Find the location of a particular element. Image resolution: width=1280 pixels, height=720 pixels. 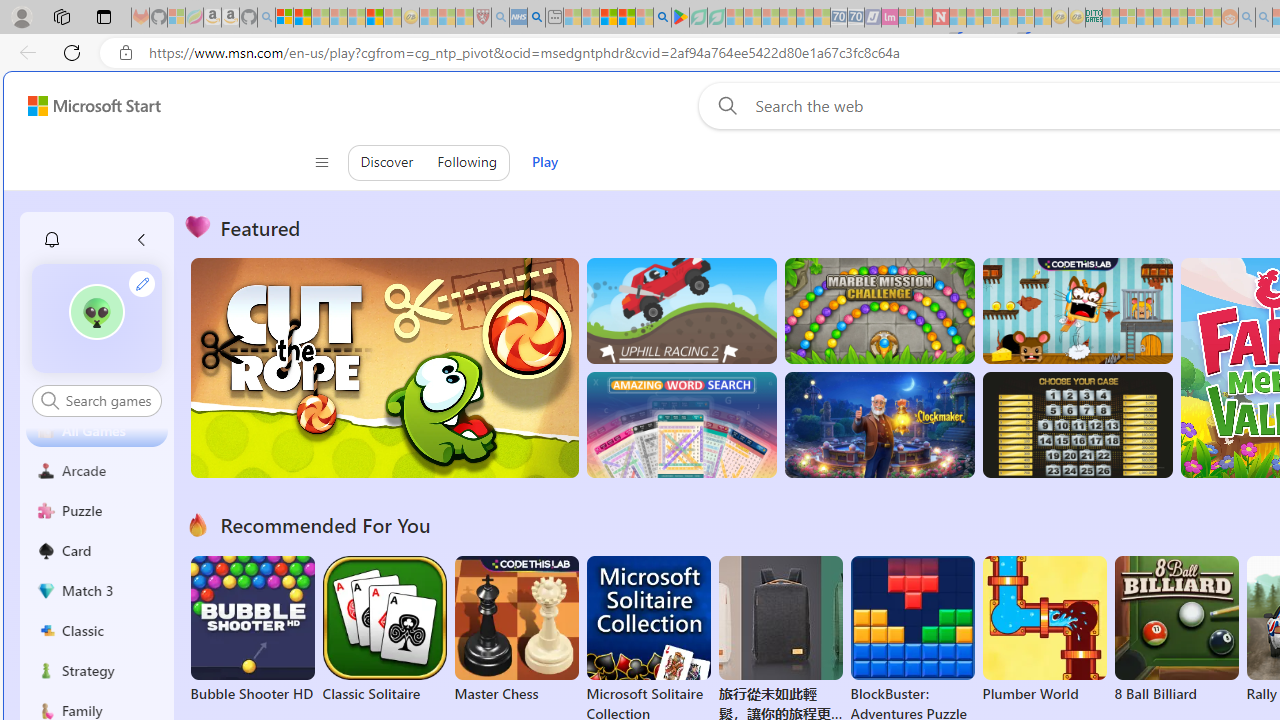

'Up Hill Racing 2' is located at coordinates (681, 311).